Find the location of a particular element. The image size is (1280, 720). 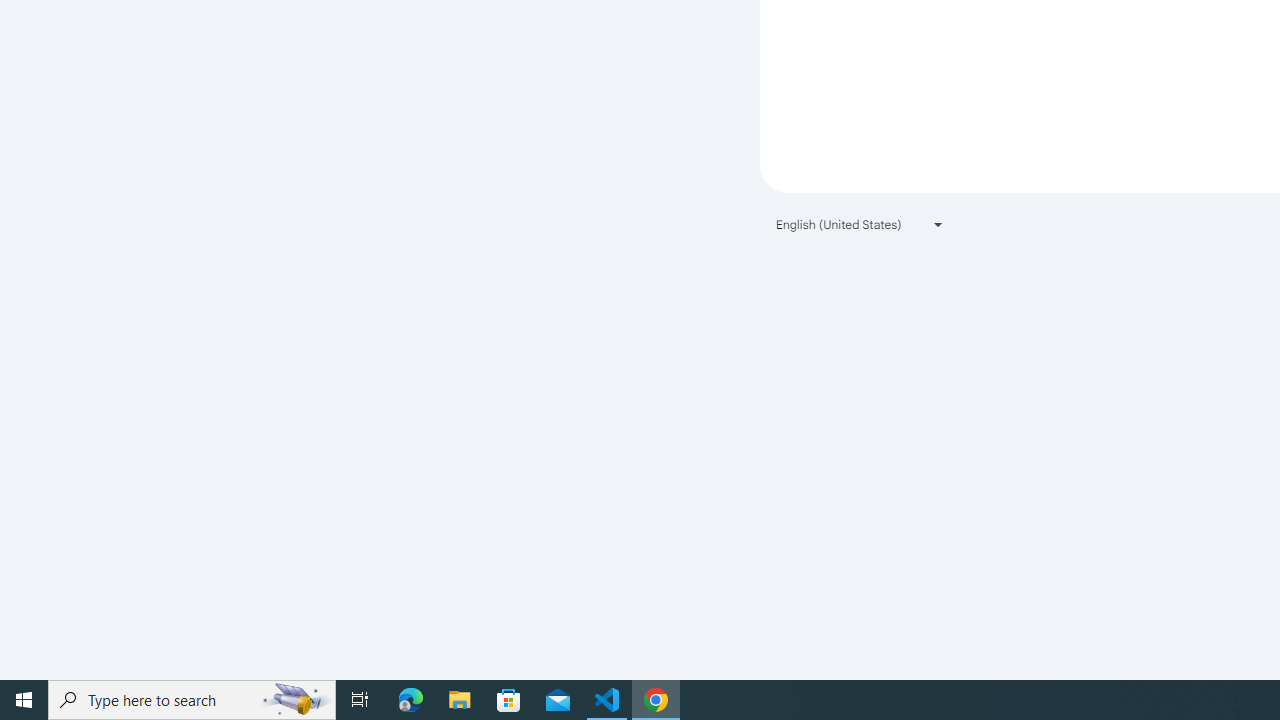

'English (United States)' is located at coordinates (860, 224).